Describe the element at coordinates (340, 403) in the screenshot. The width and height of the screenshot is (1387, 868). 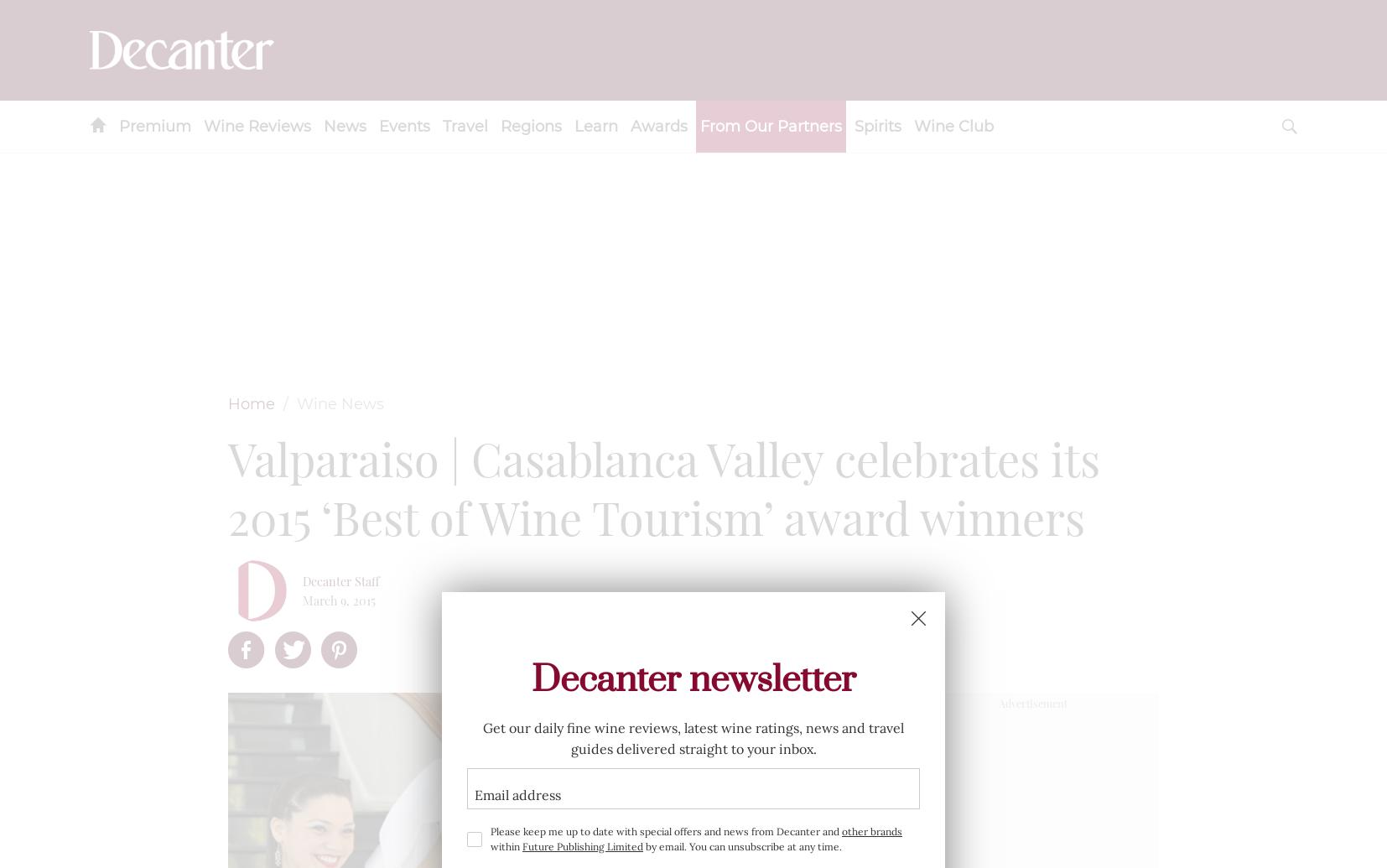
I see `'Wine News'` at that location.